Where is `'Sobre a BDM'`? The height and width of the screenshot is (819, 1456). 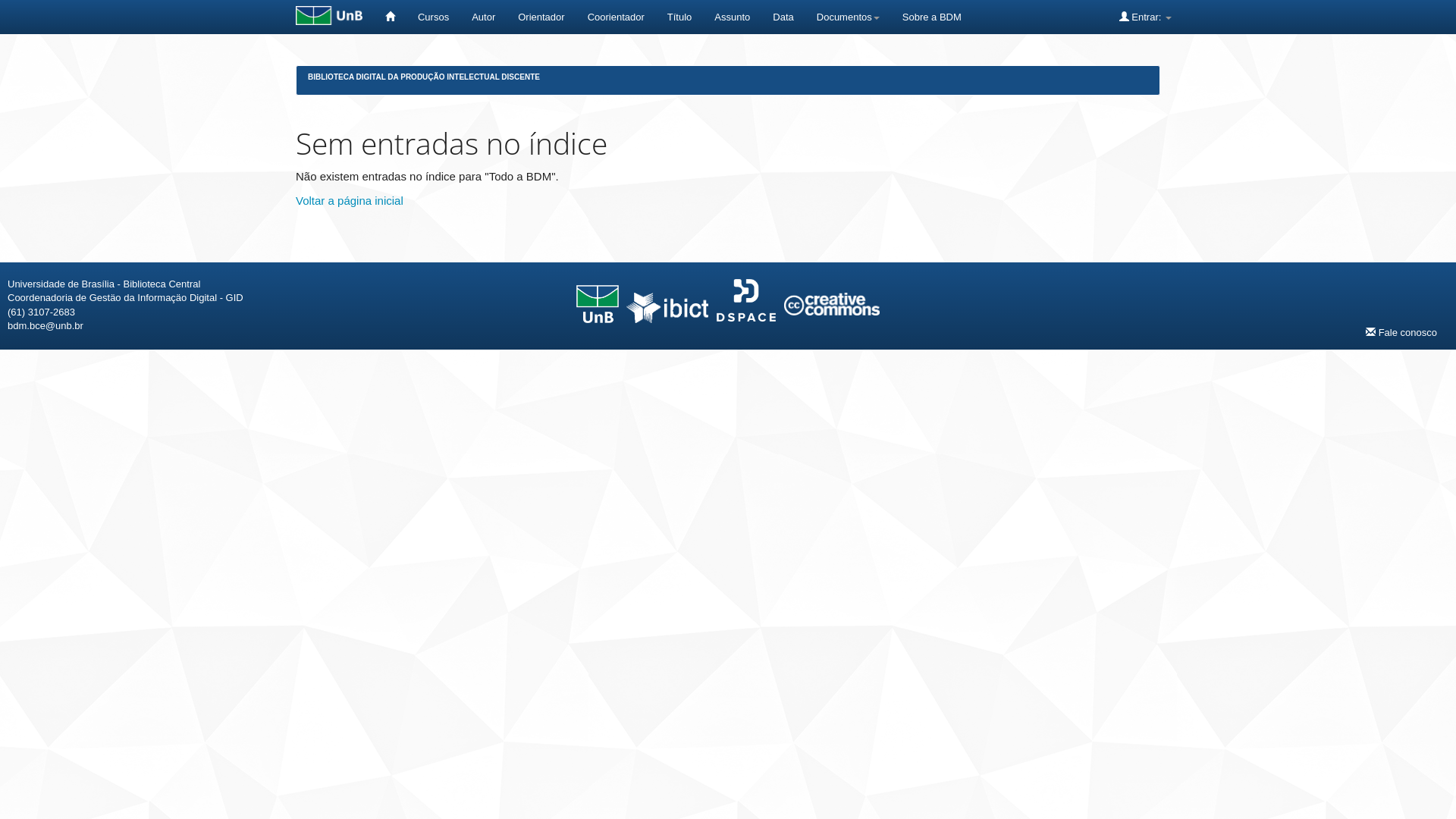 'Sobre a BDM' is located at coordinates (930, 17).